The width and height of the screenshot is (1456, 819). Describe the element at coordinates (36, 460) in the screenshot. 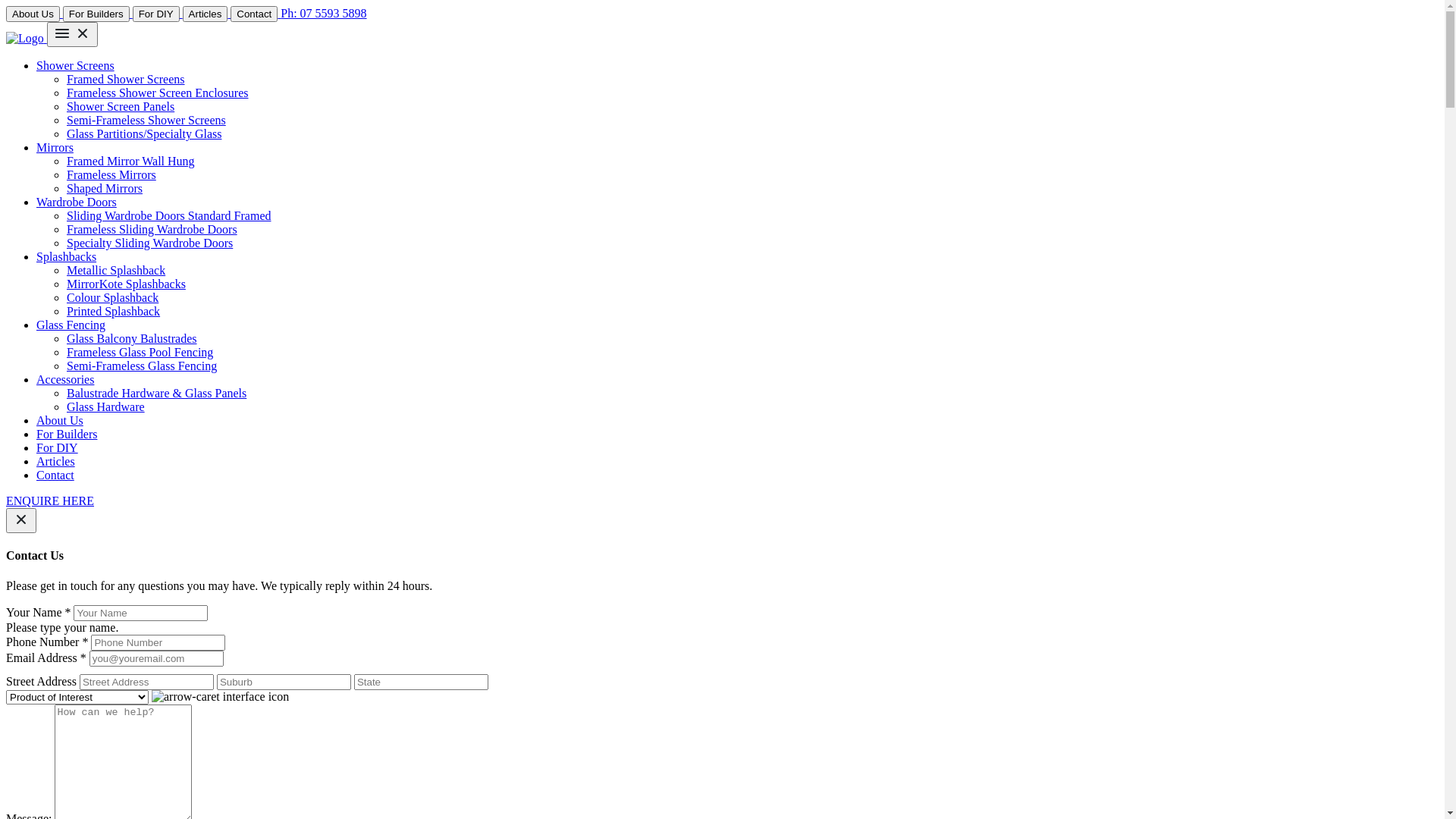

I see `'Articles'` at that location.